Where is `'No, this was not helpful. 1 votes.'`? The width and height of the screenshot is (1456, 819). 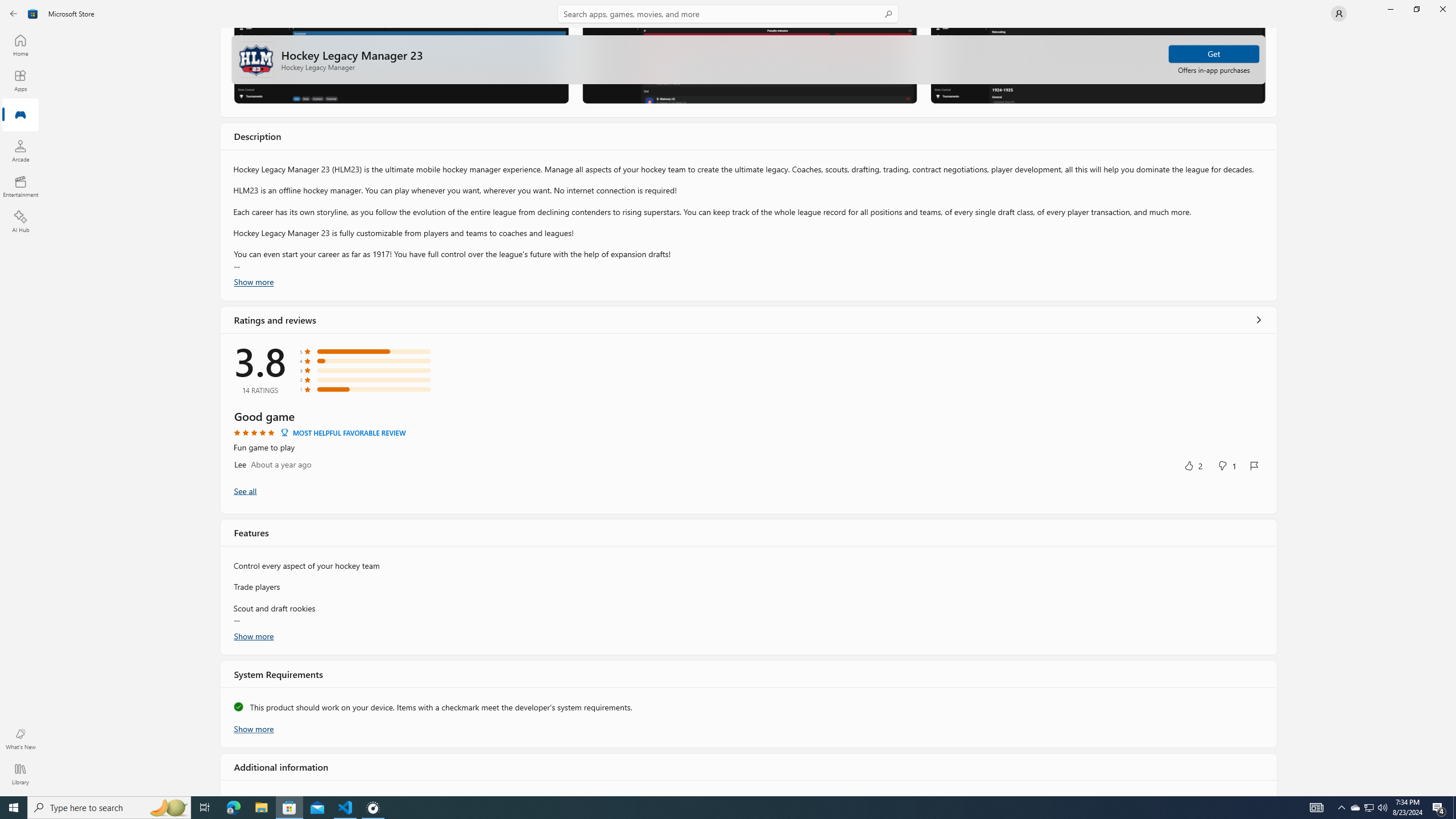 'No, this was not helpful. 1 votes.' is located at coordinates (1226, 465).